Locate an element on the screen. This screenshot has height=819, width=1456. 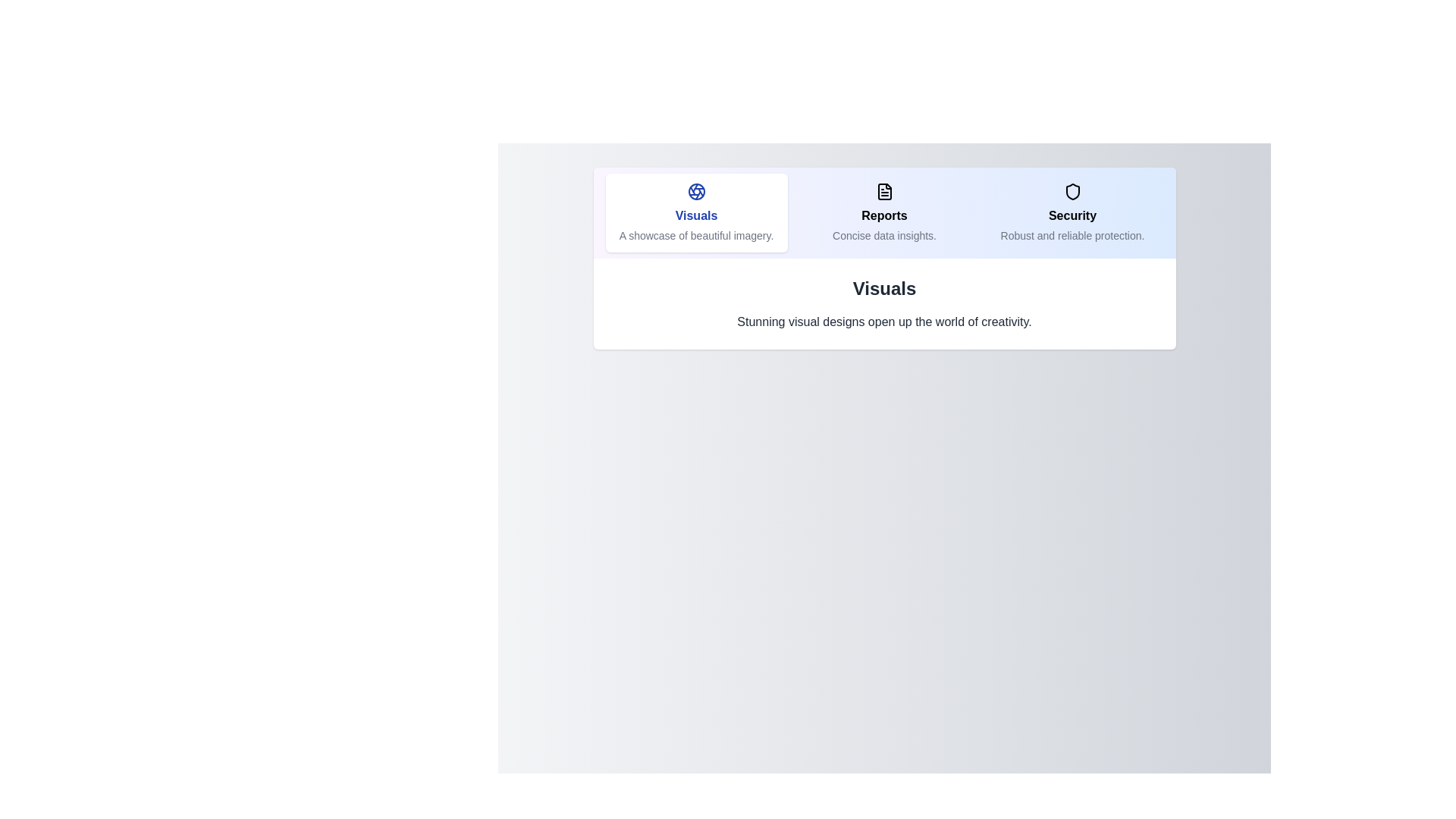
the tab labeled Security to preview its interaction effect is located at coordinates (1072, 213).